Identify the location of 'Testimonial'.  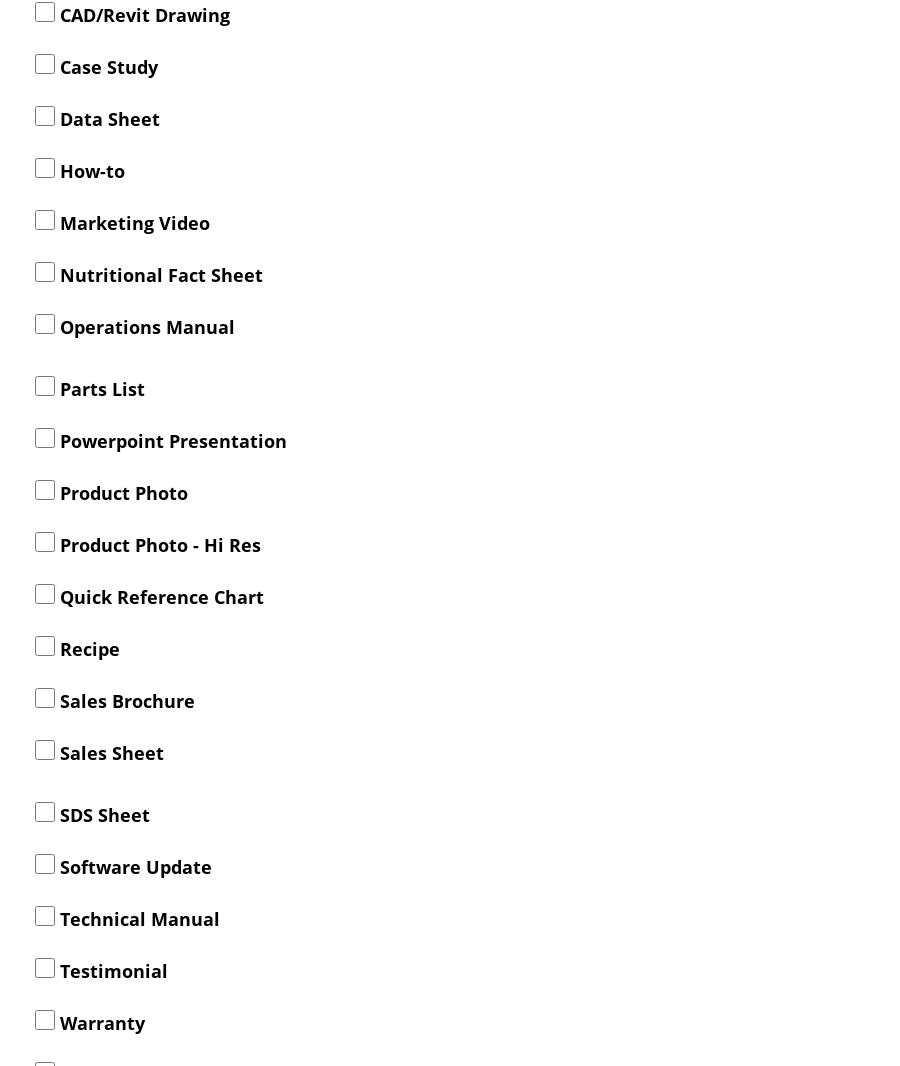
(110, 969).